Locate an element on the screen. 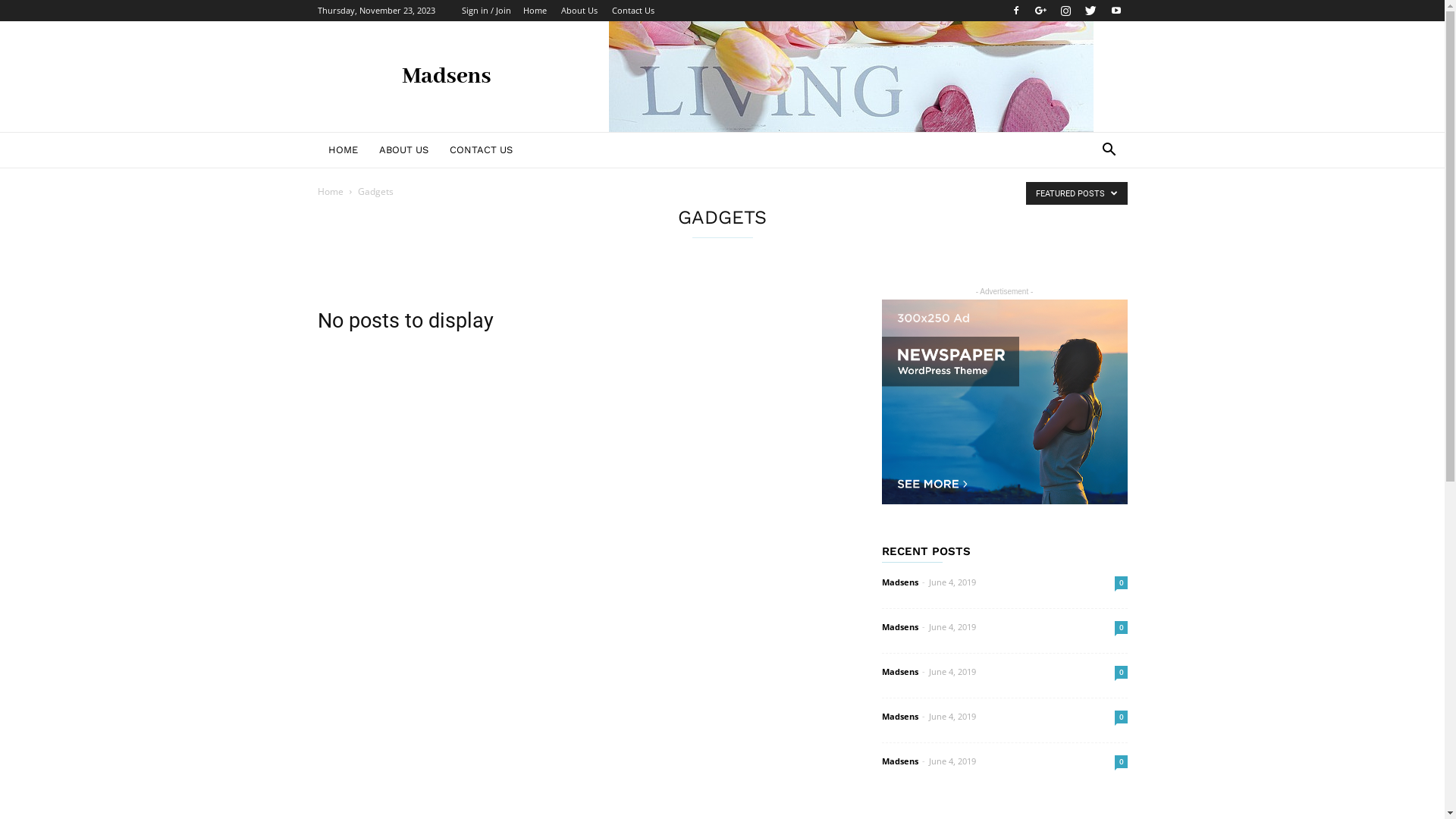 This screenshot has height=819, width=1456. 'About Us' is located at coordinates (578, 10).